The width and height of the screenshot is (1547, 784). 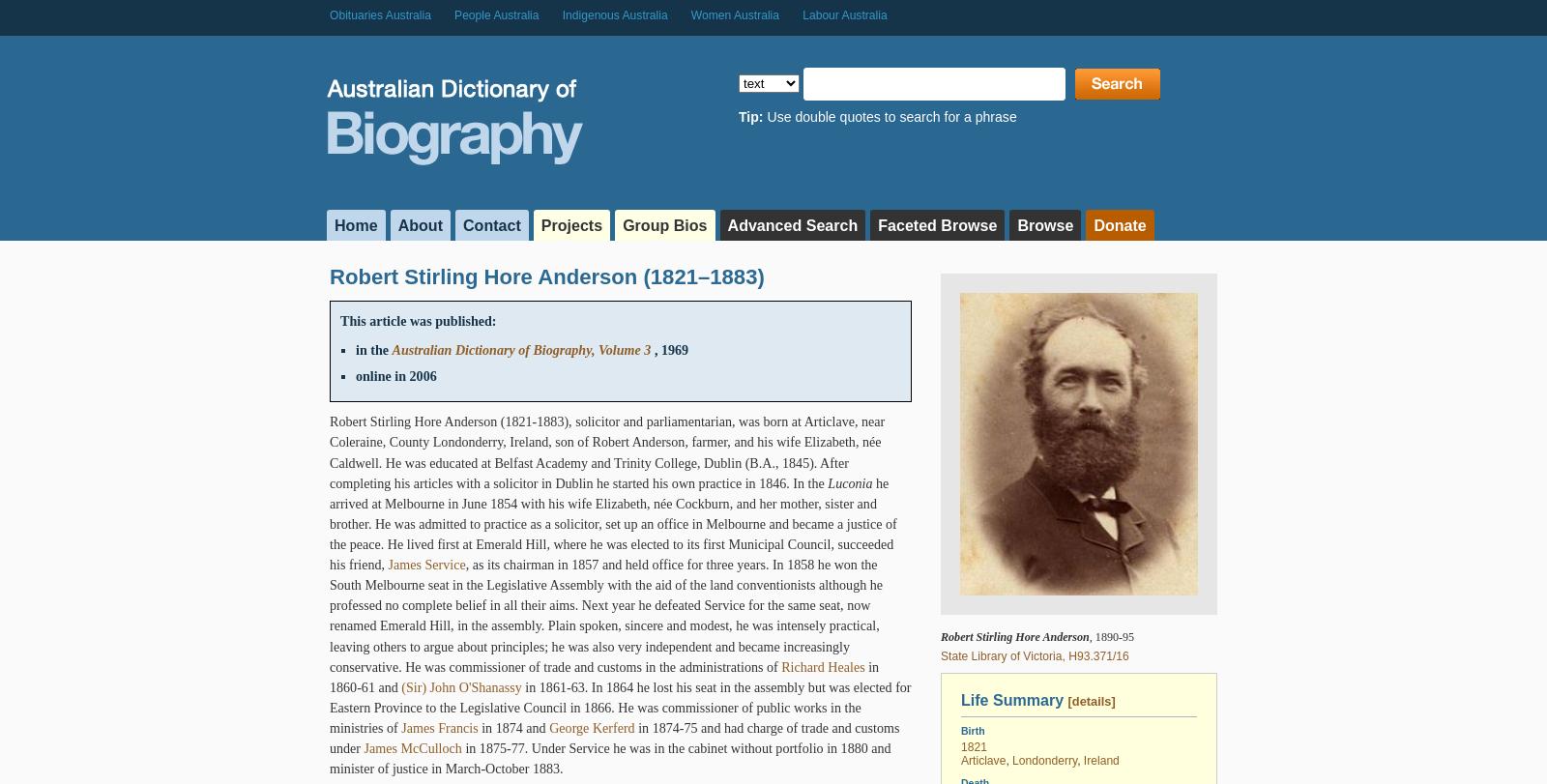 What do you see at coordinates (490, 225) in the screenshot?
I see `'Contact'` at bounding box center [490, 225].